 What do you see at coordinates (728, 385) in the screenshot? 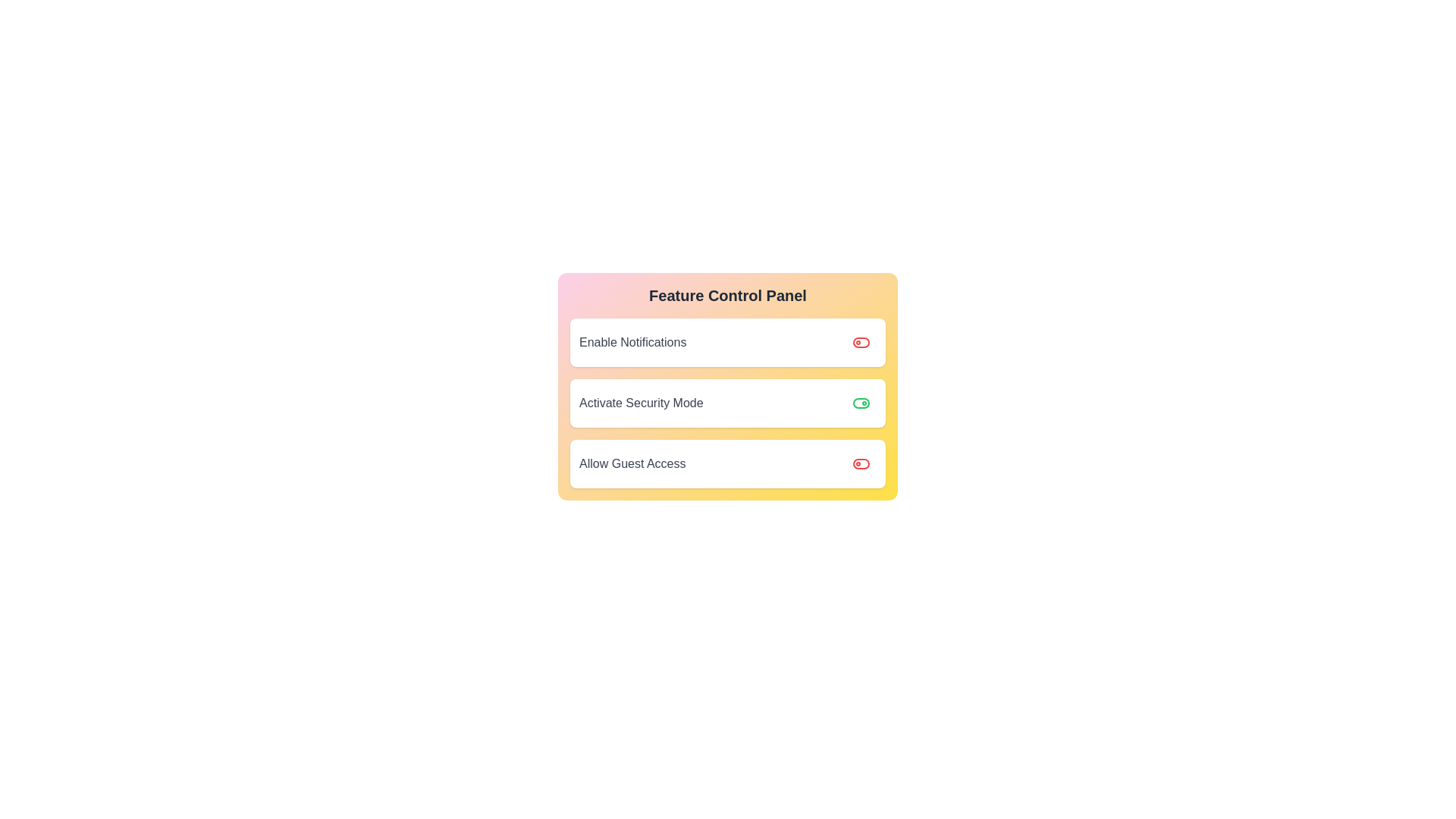
I see `the toggle switch for 'Activate Security Mode' located in the 'Feature Control Panel'` at bounding box center [728, 385].